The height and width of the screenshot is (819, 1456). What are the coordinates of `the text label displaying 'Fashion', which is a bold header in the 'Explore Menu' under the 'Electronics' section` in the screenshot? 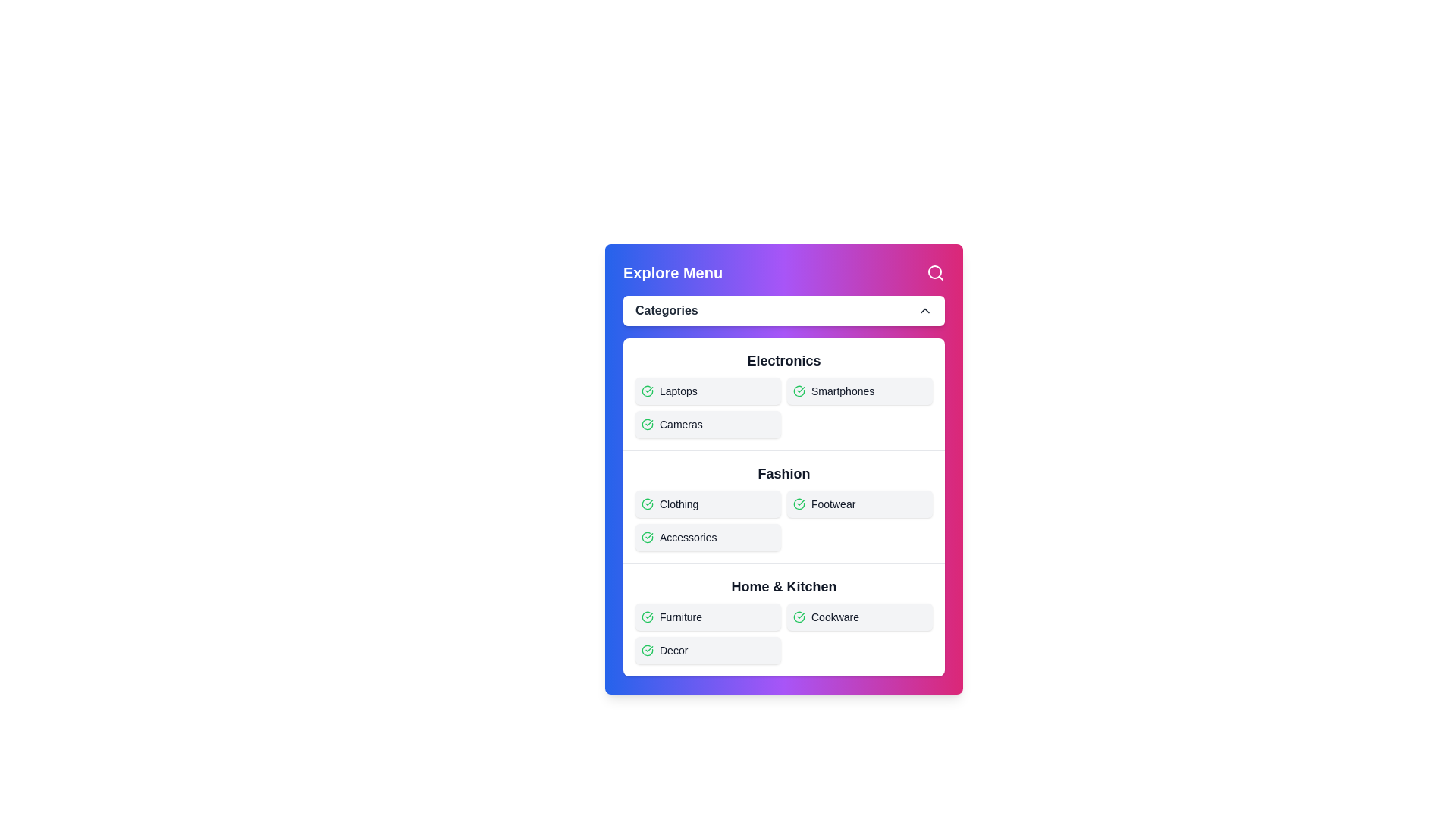 It's located at (783, 472).